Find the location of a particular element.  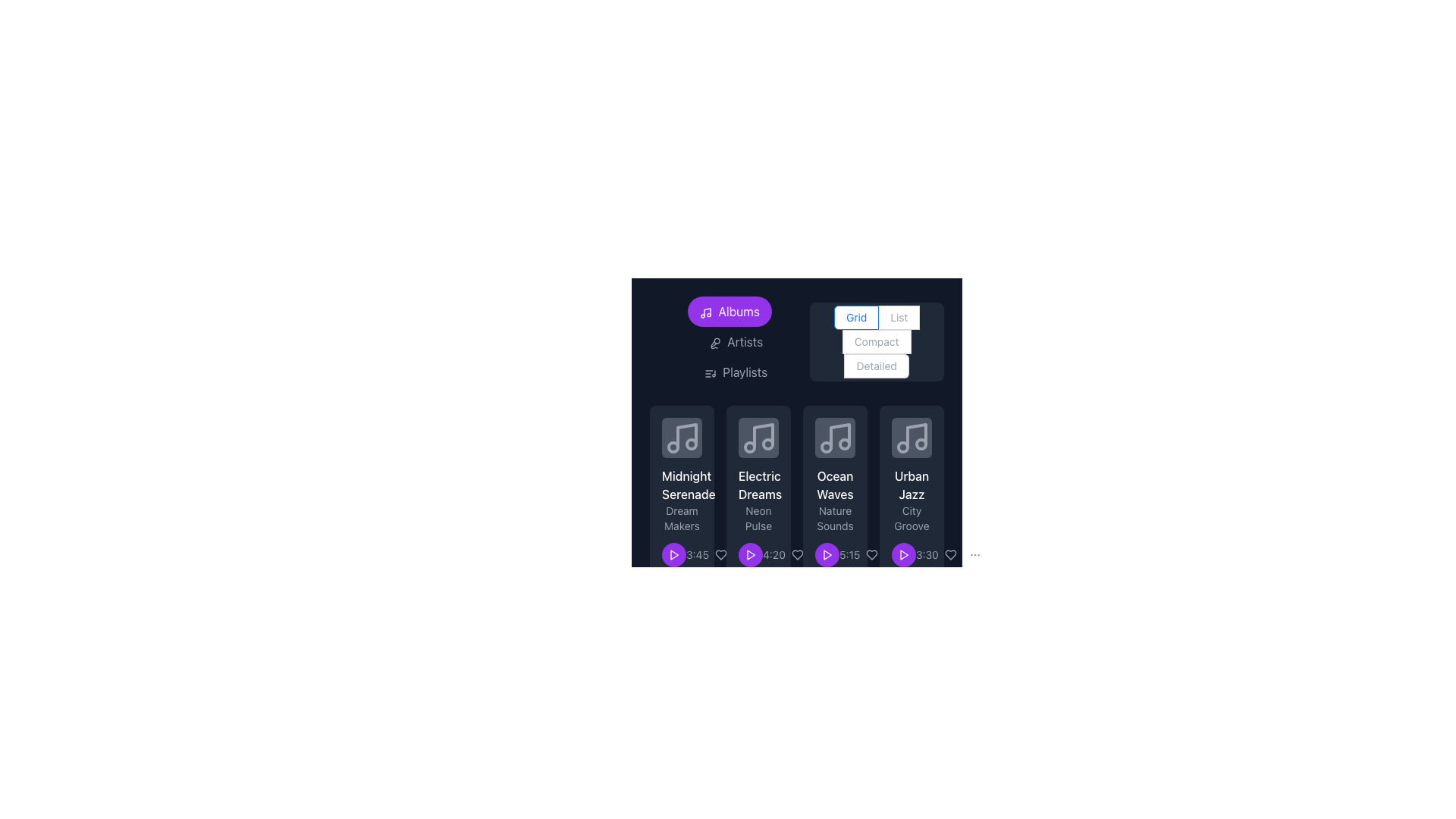

the second circular graphical element located in the upper right corner of the 'Urban Jazz' icon card is located at coordinates (902, 446).